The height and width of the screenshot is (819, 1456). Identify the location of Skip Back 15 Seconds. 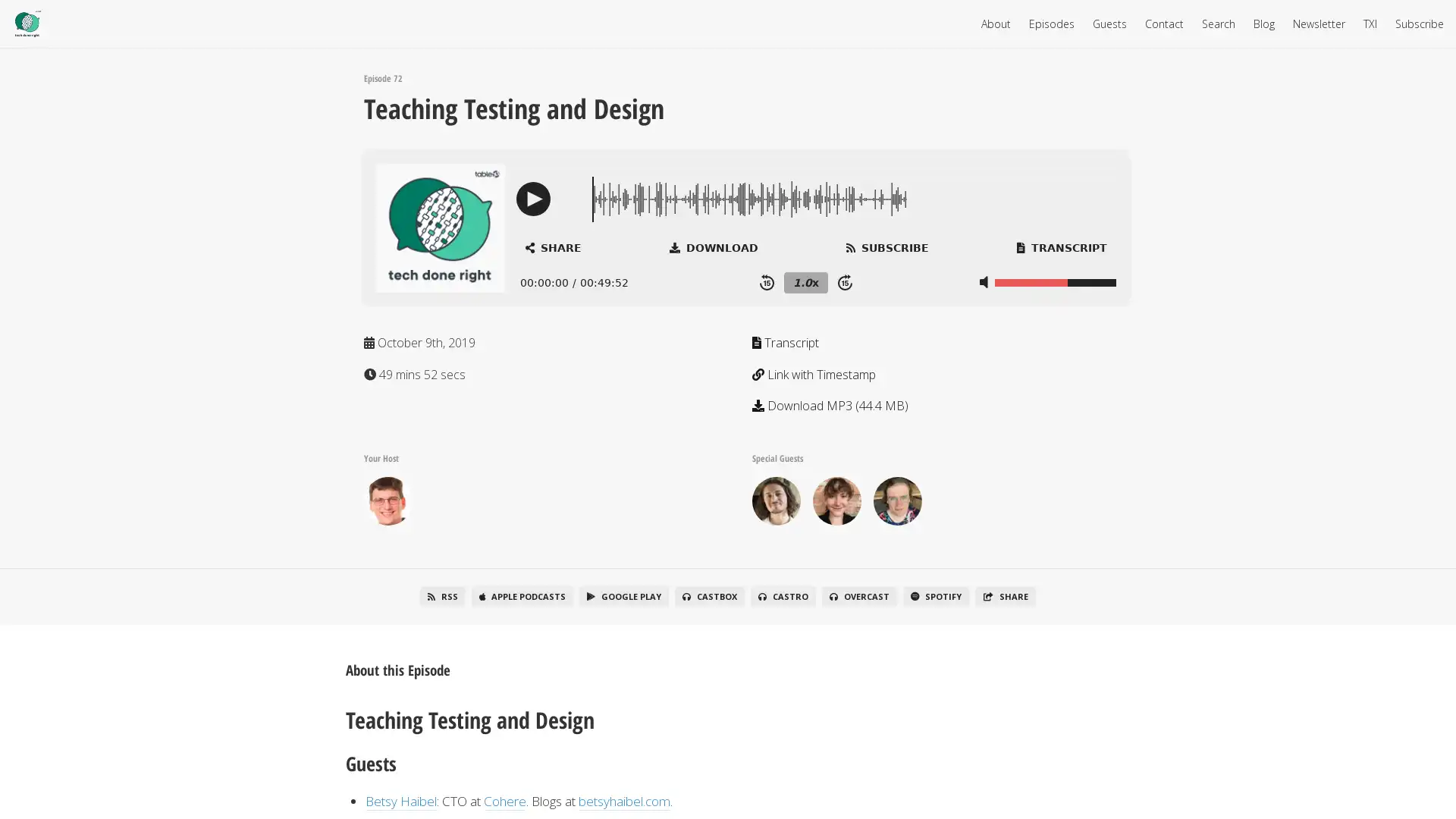
(767, 281).